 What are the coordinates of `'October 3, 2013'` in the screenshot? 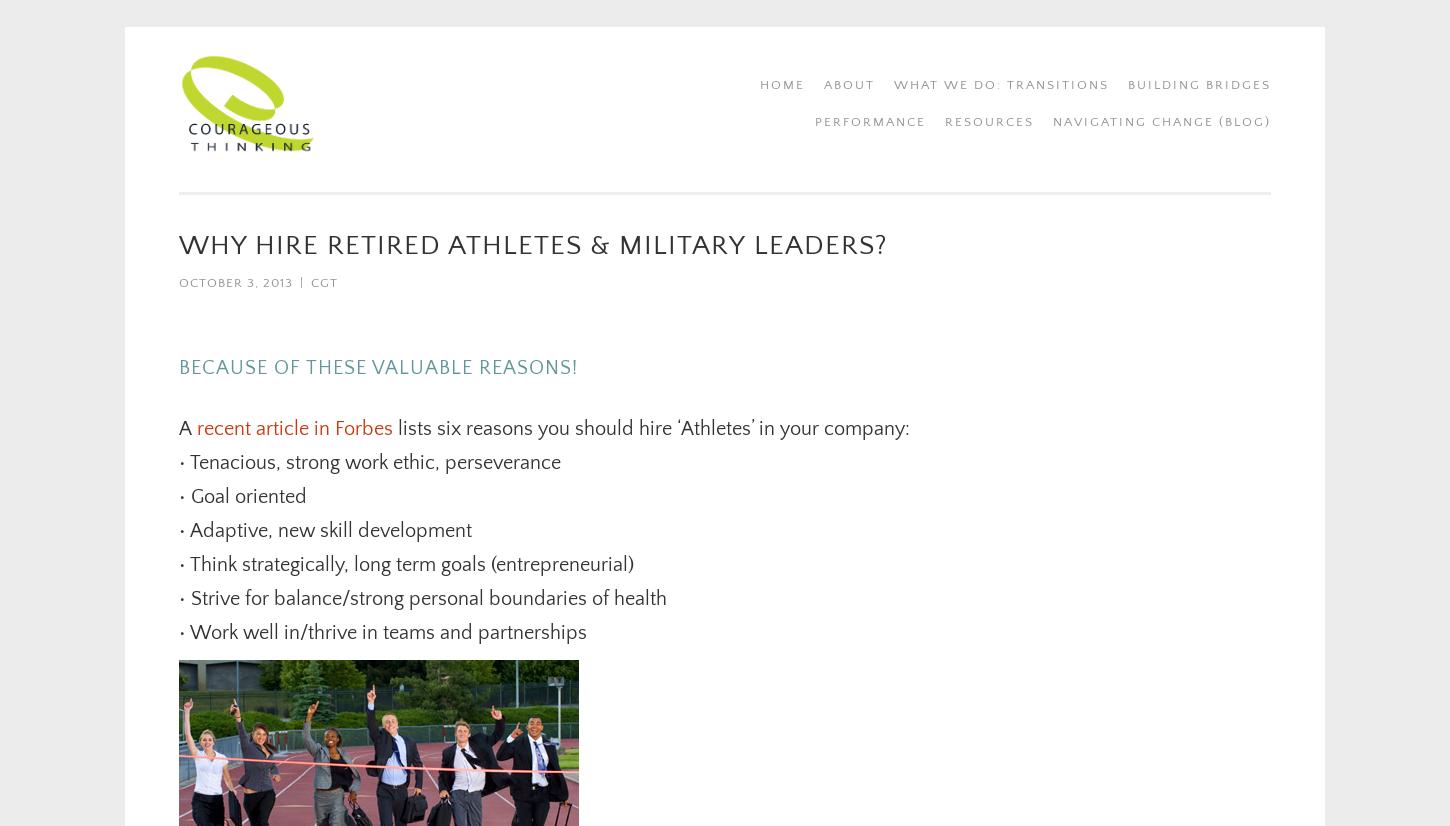 It's located at (235, 281).